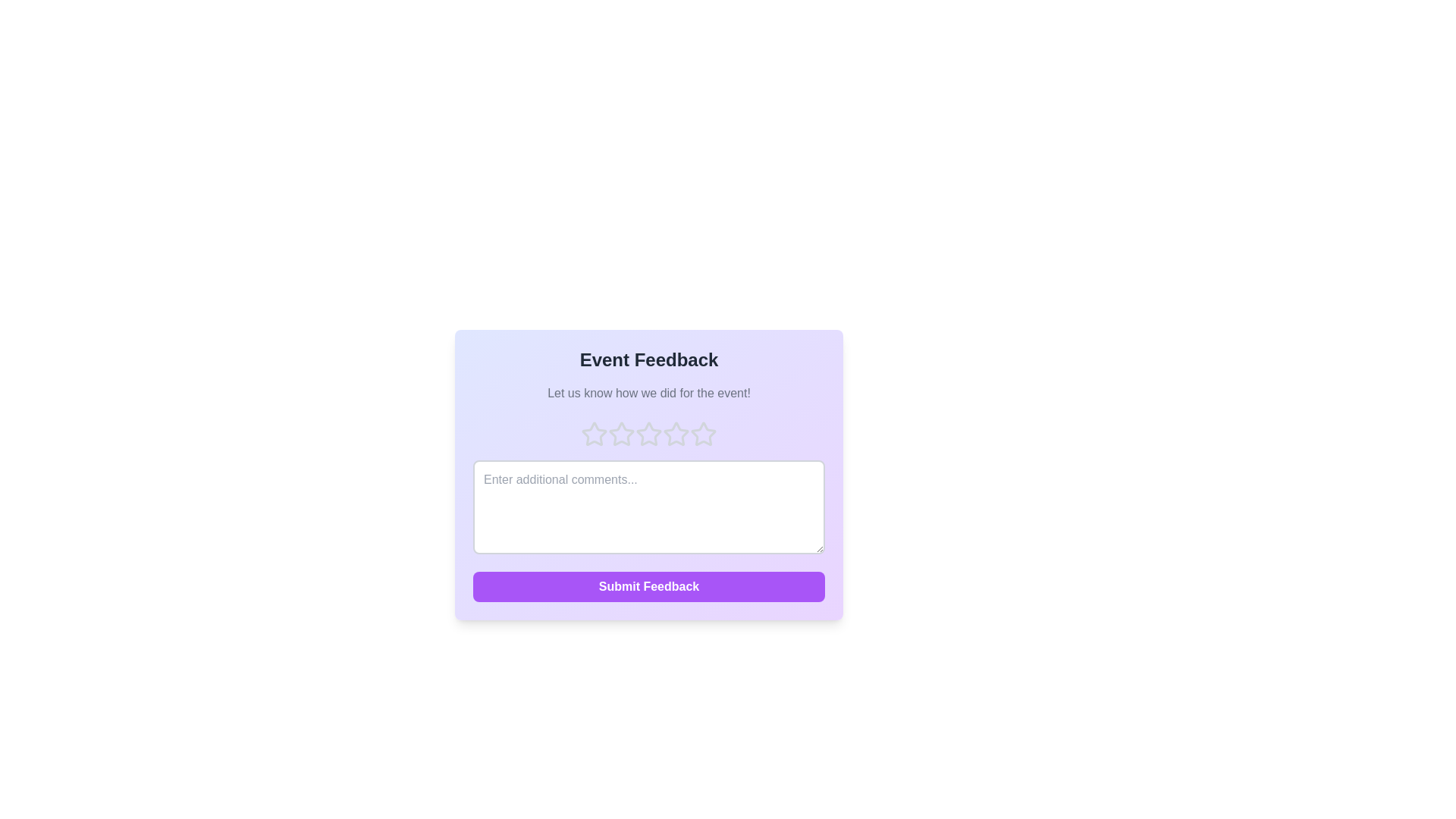 The image size is (1456, 819). What do you see at coordinates (648, 586) in the screenshot?
I see `the submission button located at the bottom of the feedback form card` at bounding box center [648, 586].